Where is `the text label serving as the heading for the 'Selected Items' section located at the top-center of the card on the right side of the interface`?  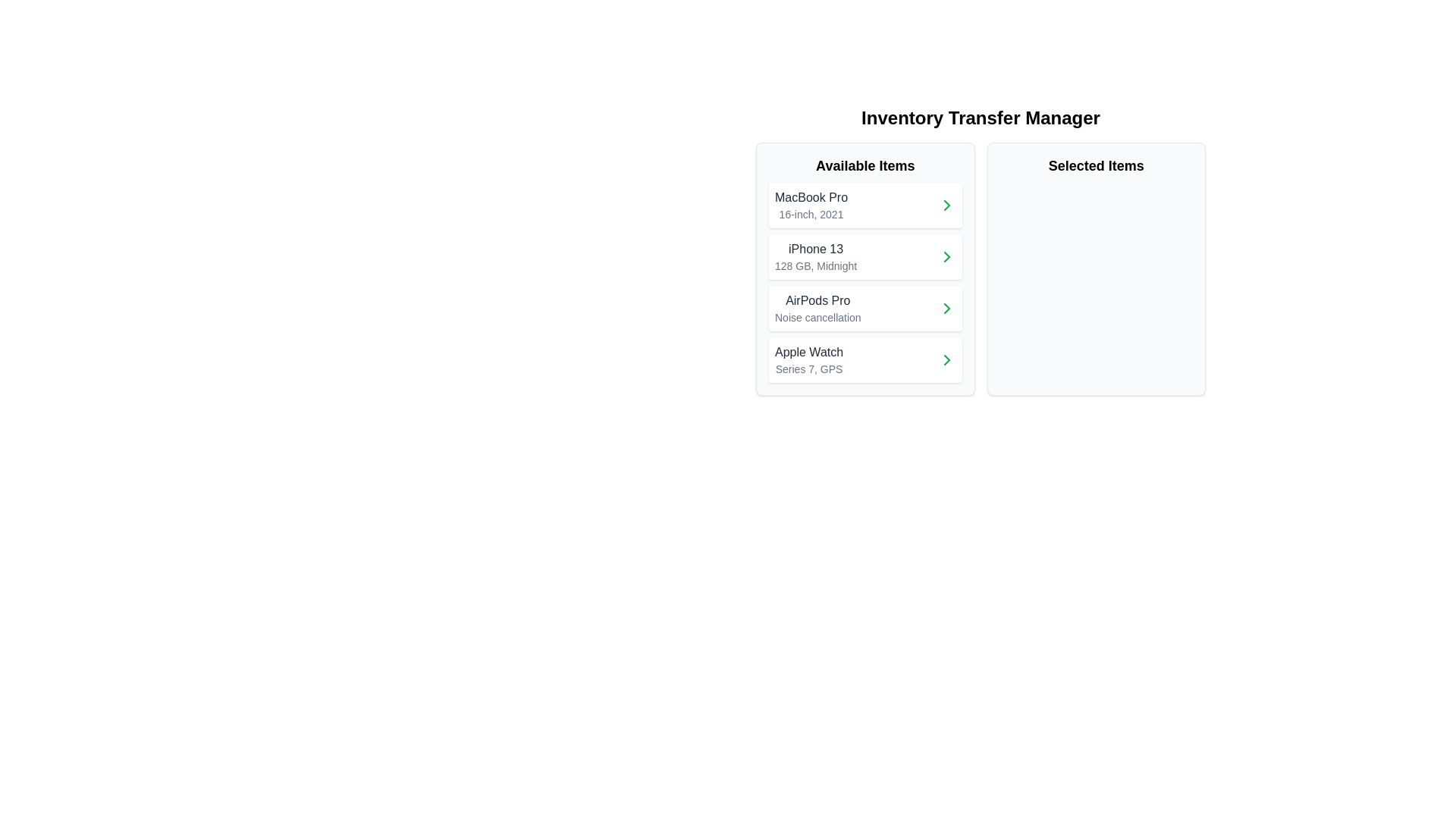
the text label serving as the heading for the 'Selected Items' section located at the top-center of the card on the right side of the interface is located at coordinates (1096, 166).